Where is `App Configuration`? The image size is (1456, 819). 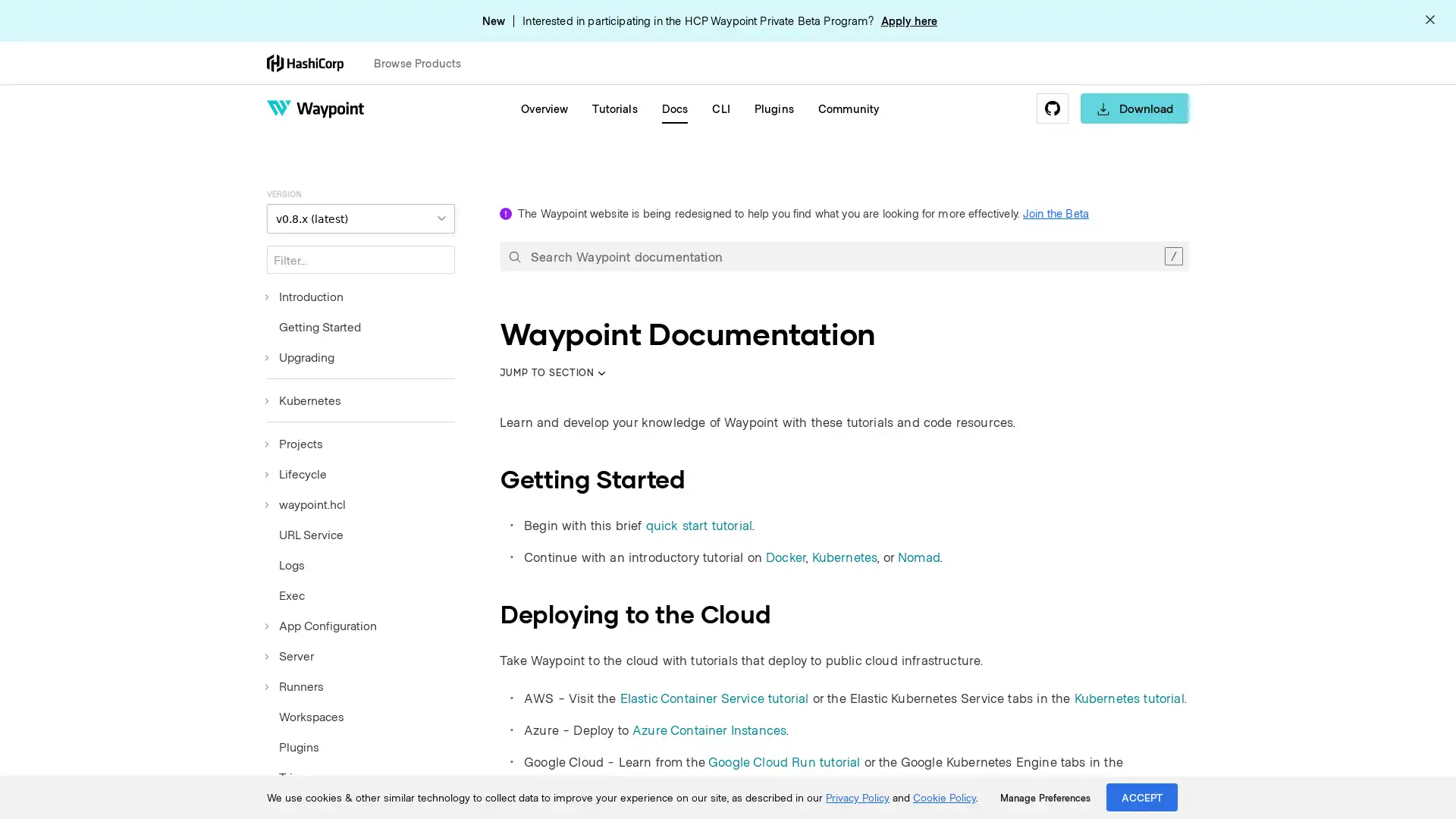
App Configuration is located at coordinates (321, 626).